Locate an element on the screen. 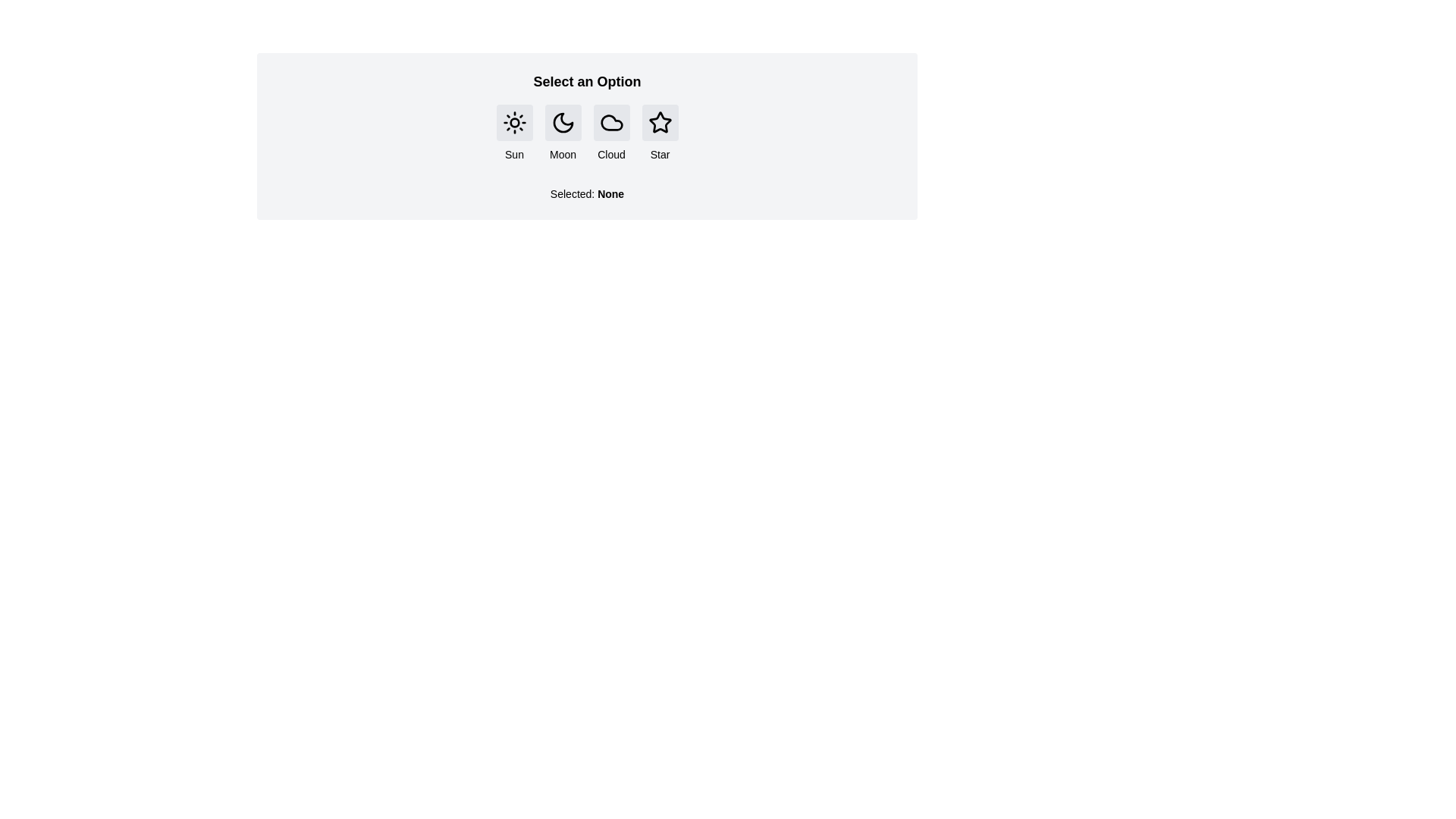 Image resolution: width=1456 pixels, height=819 pixels. the rounded button with a gray background and a sun icon is located at coordinates (514, 122).